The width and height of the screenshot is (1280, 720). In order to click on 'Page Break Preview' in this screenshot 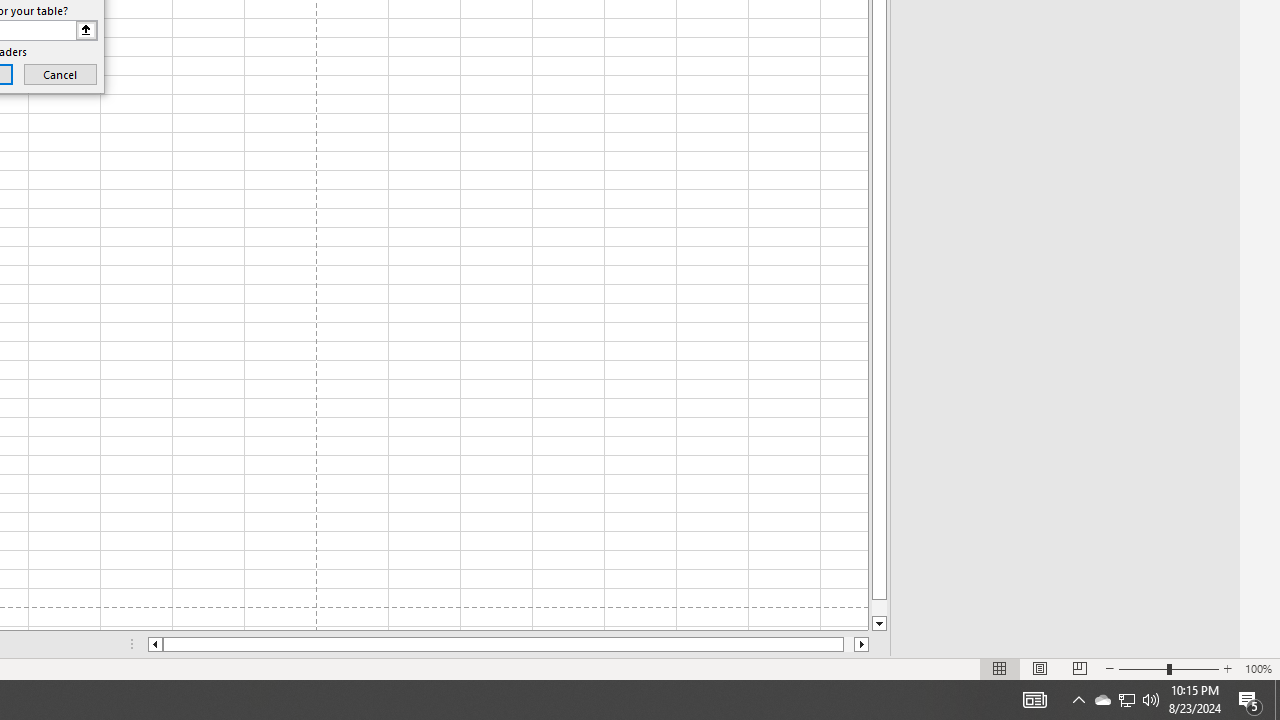, I will do `click(1078, 669)`.